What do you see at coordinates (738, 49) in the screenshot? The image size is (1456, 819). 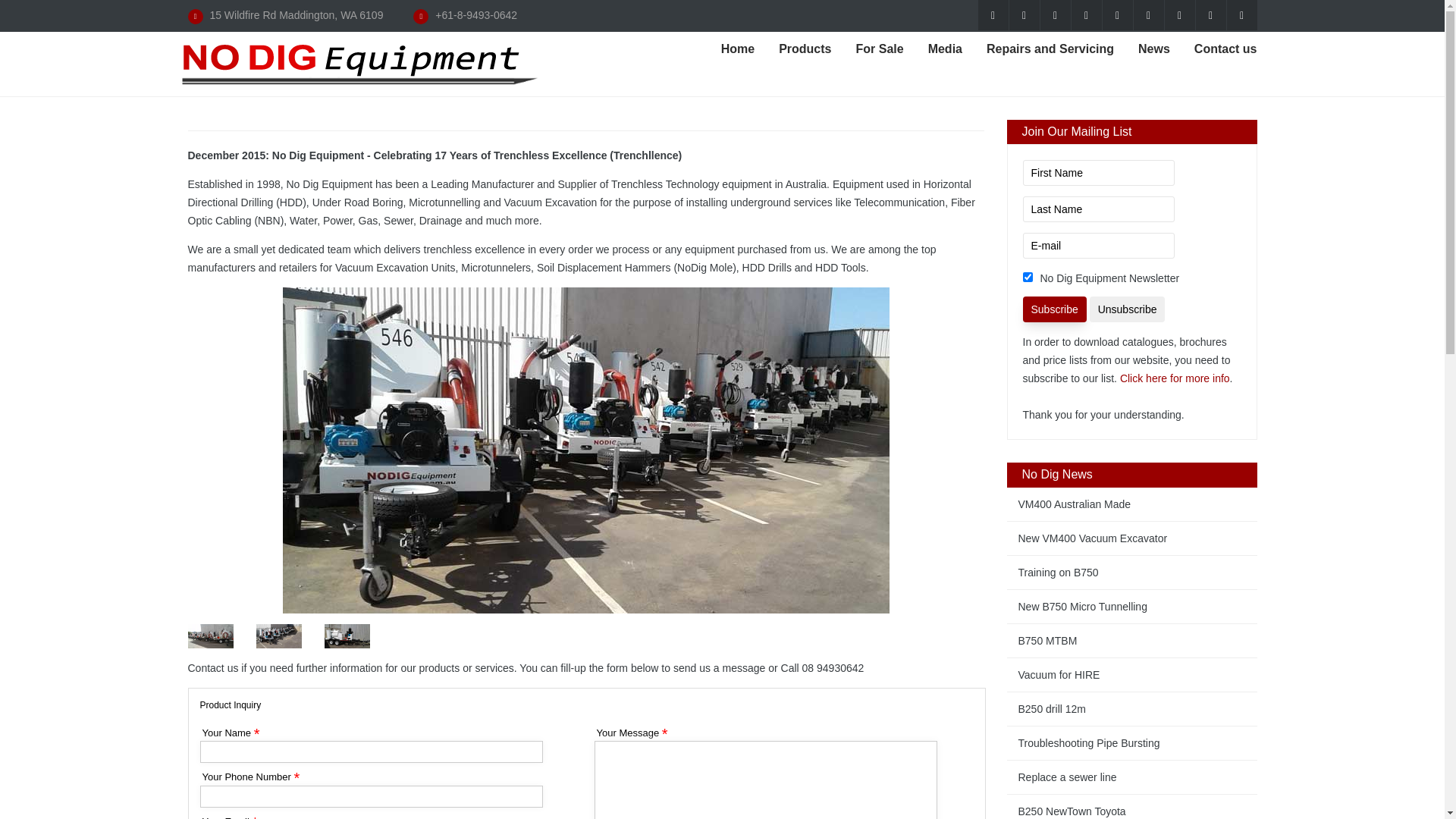 I see `'Home'` at bounding box center [738, 49].